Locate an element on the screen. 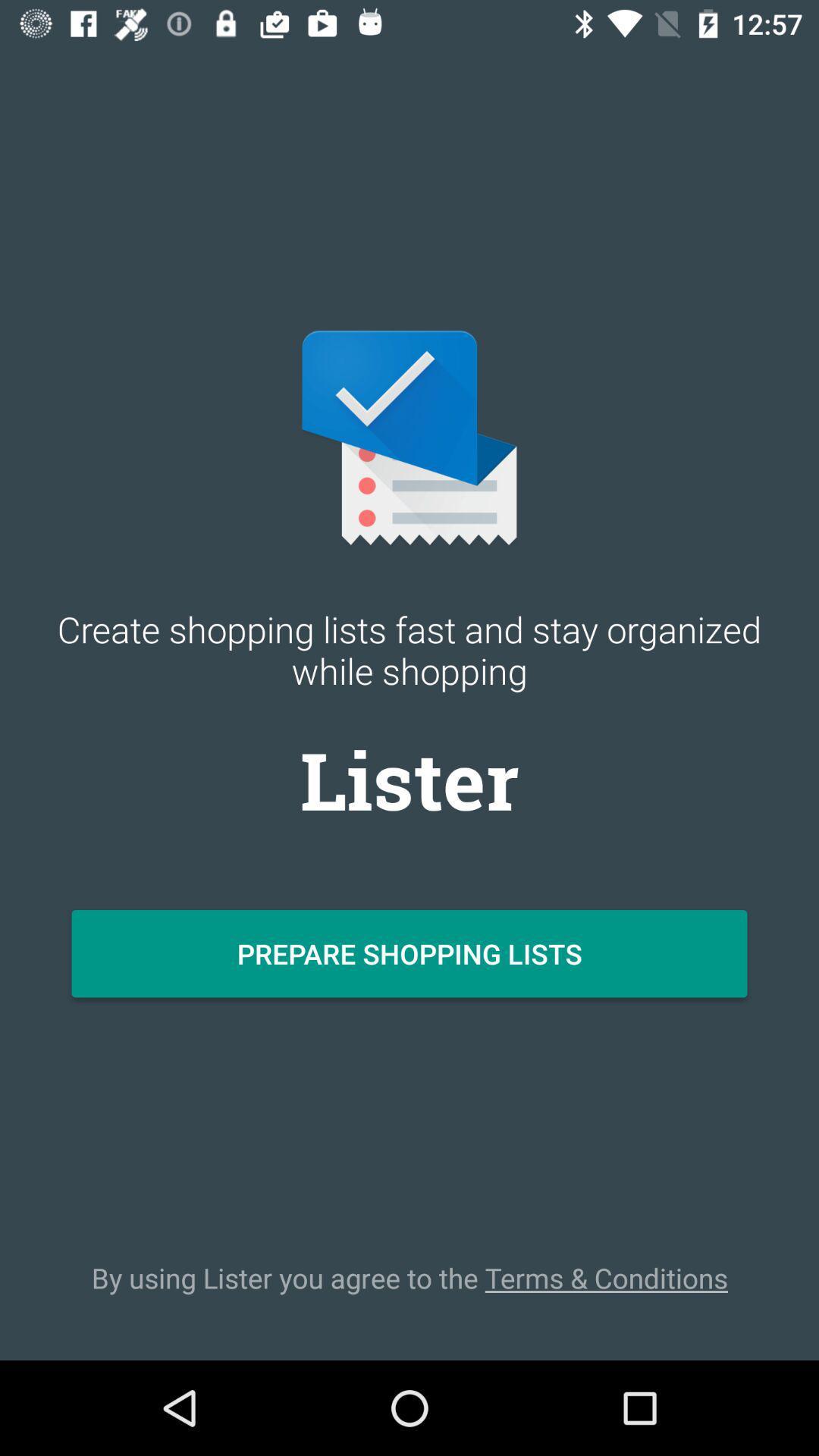 This screenshot has width=819, height=1456. the icon below prepare shopping lists is located at coordinates (409, 1277).